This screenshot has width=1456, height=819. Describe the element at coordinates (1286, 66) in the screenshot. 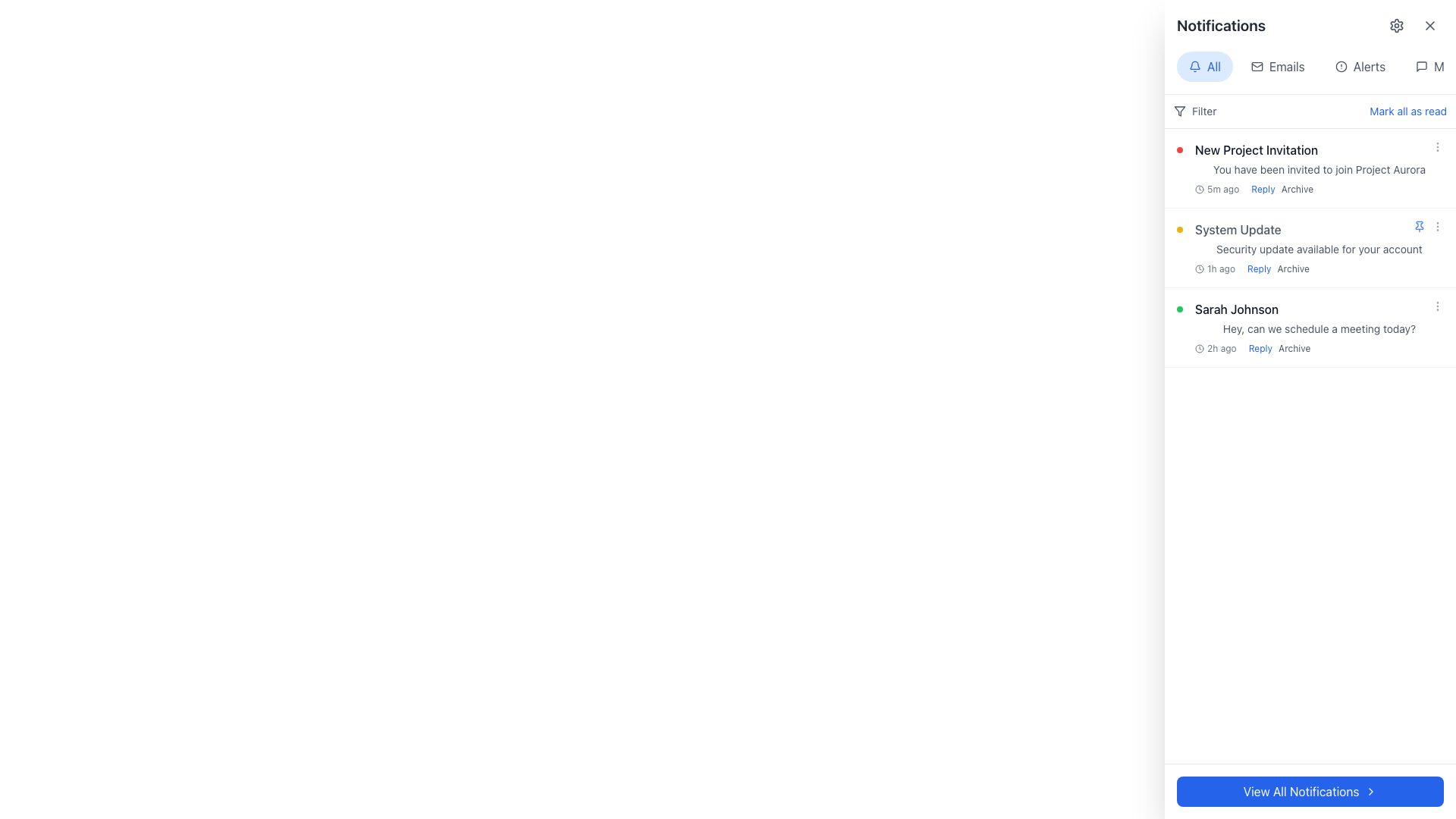

I see `the text button or label that filters notifications based on email-type entries located in the notification area at the top of the notification list, specifically in the horizontal filter bar, immediately following an envelope icon` at that location.